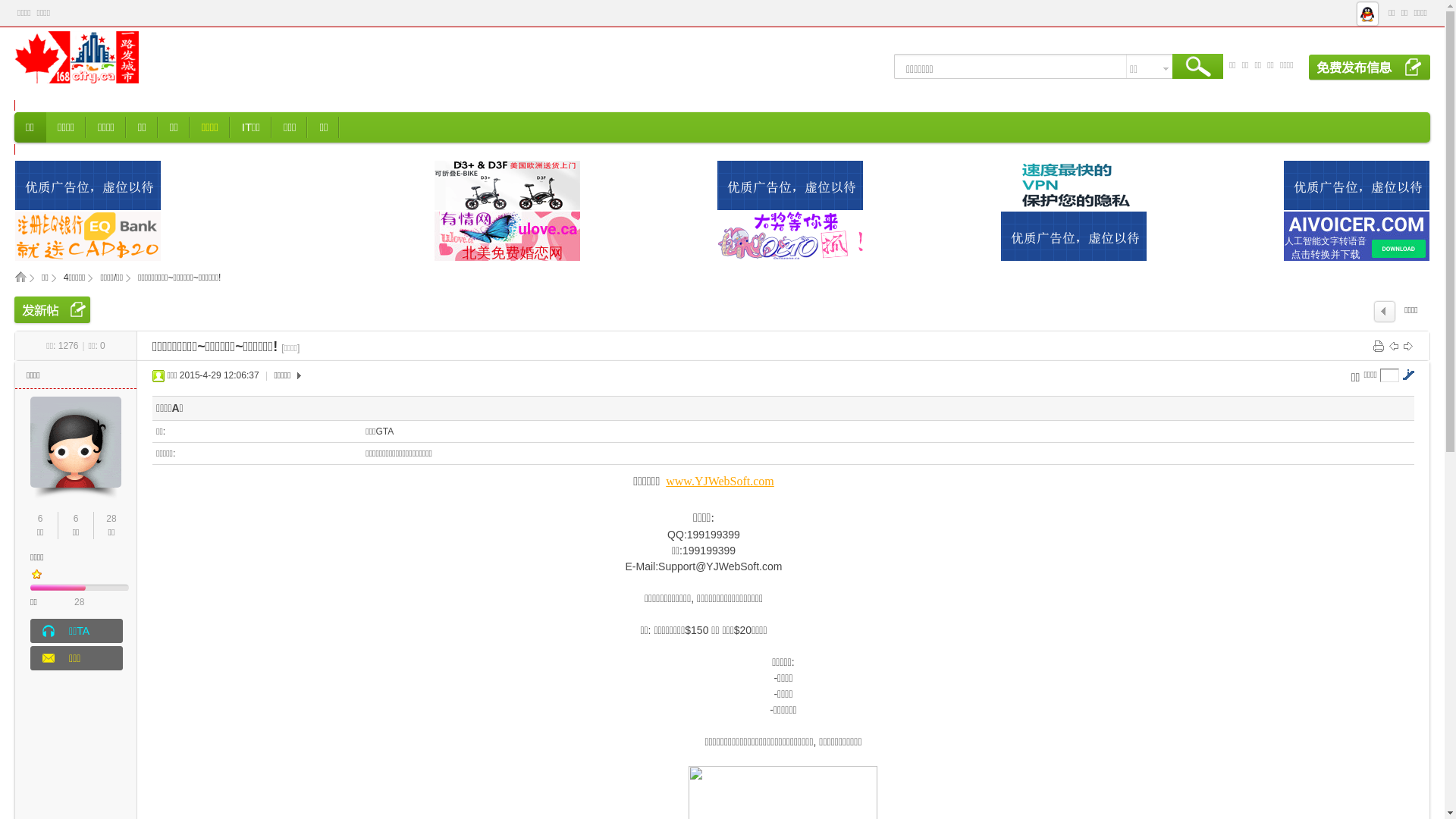  What do you see at coordinates (73, 601) in the screenshot?
I see `'28'` at bounding box center [73, 601].